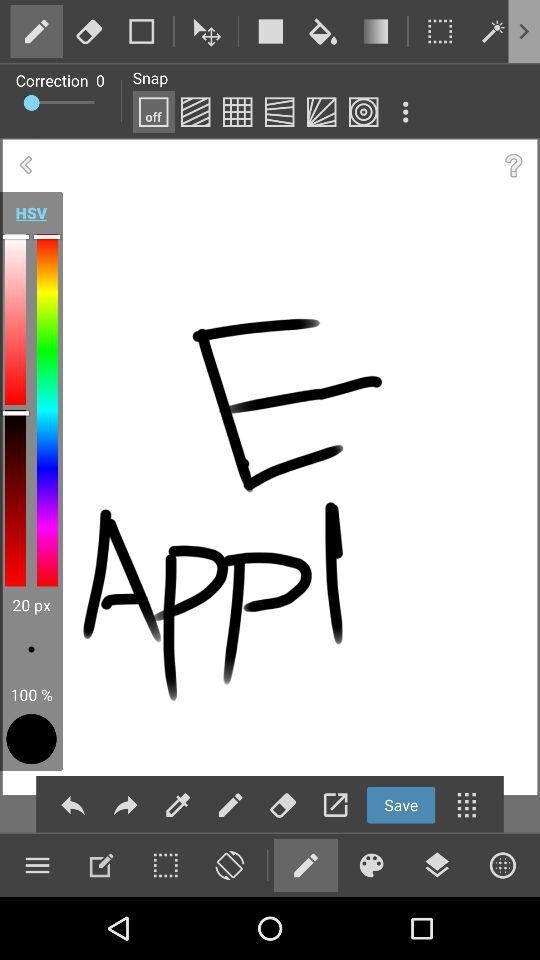 Image resolution: width=540 pixels, height=960 pixels. Describe the element at coordinates (100, 864) in the screenshot. I see `sittings` at that location.